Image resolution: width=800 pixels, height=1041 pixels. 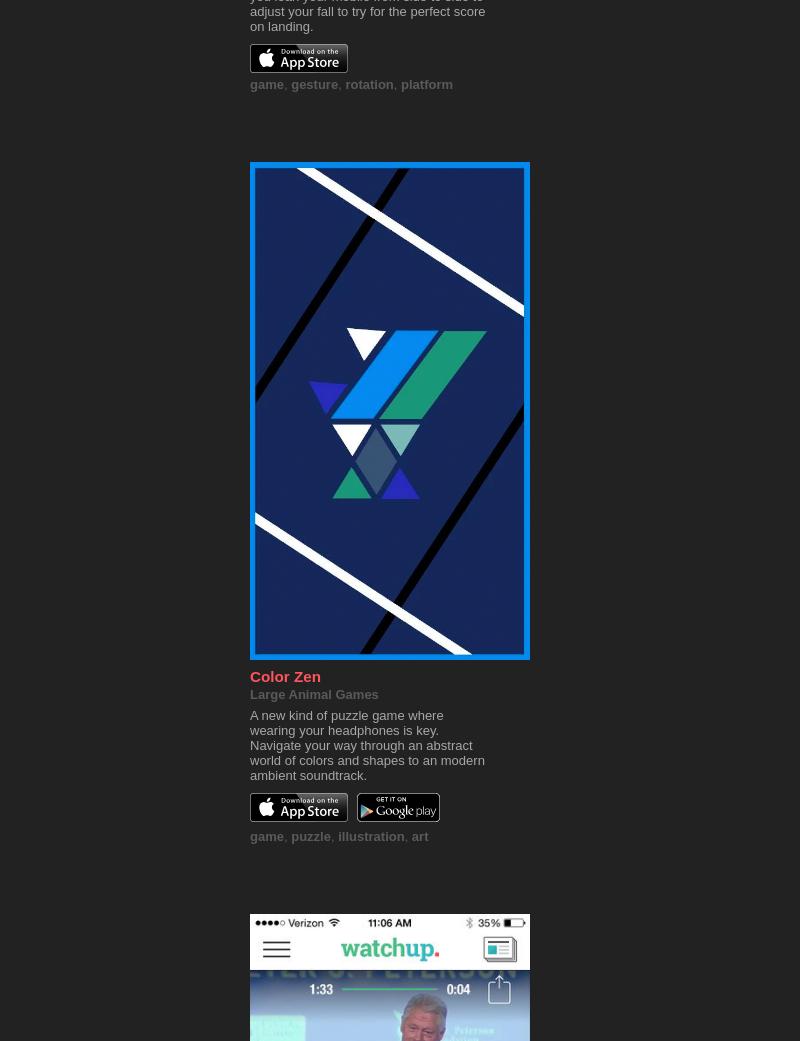 What do you see at coordinates (426, 83) in the screenshot?
I see `'platform'` at bounding box center [426, 83].